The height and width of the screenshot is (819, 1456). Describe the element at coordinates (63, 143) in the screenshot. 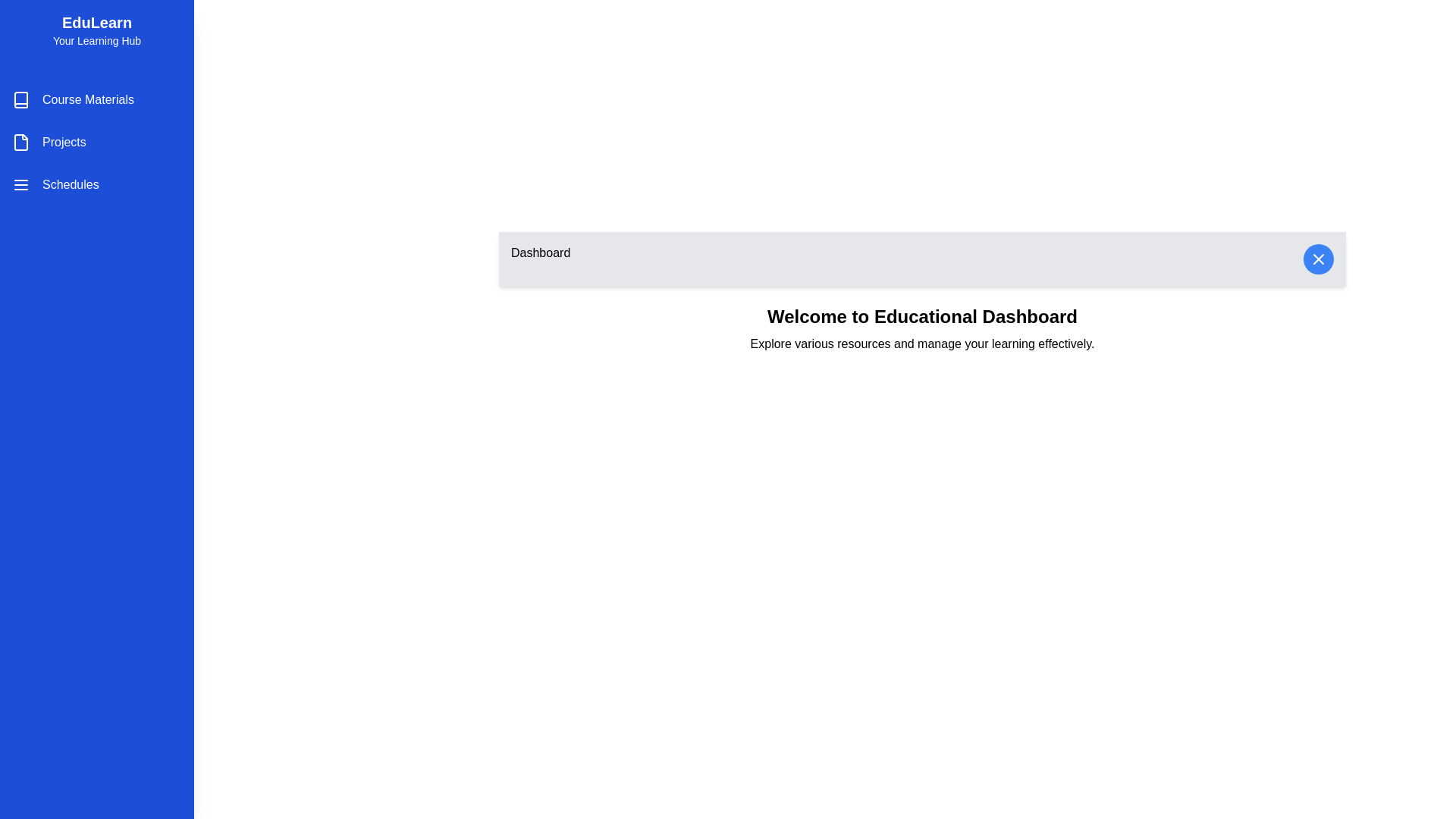

I see `the 'Projects' text label in the sidebar menu` at that location.